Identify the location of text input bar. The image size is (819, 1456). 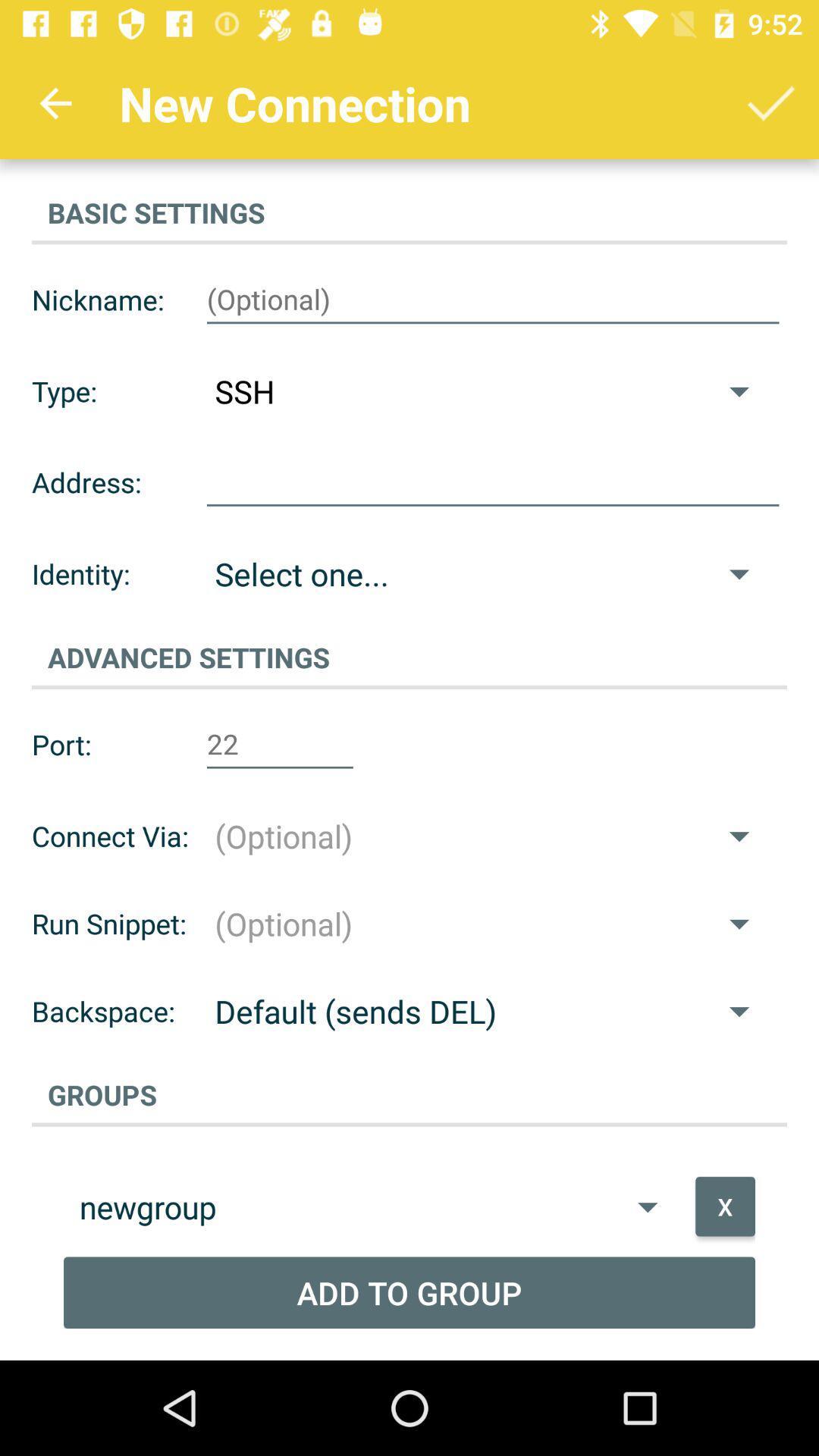
(493, 300).